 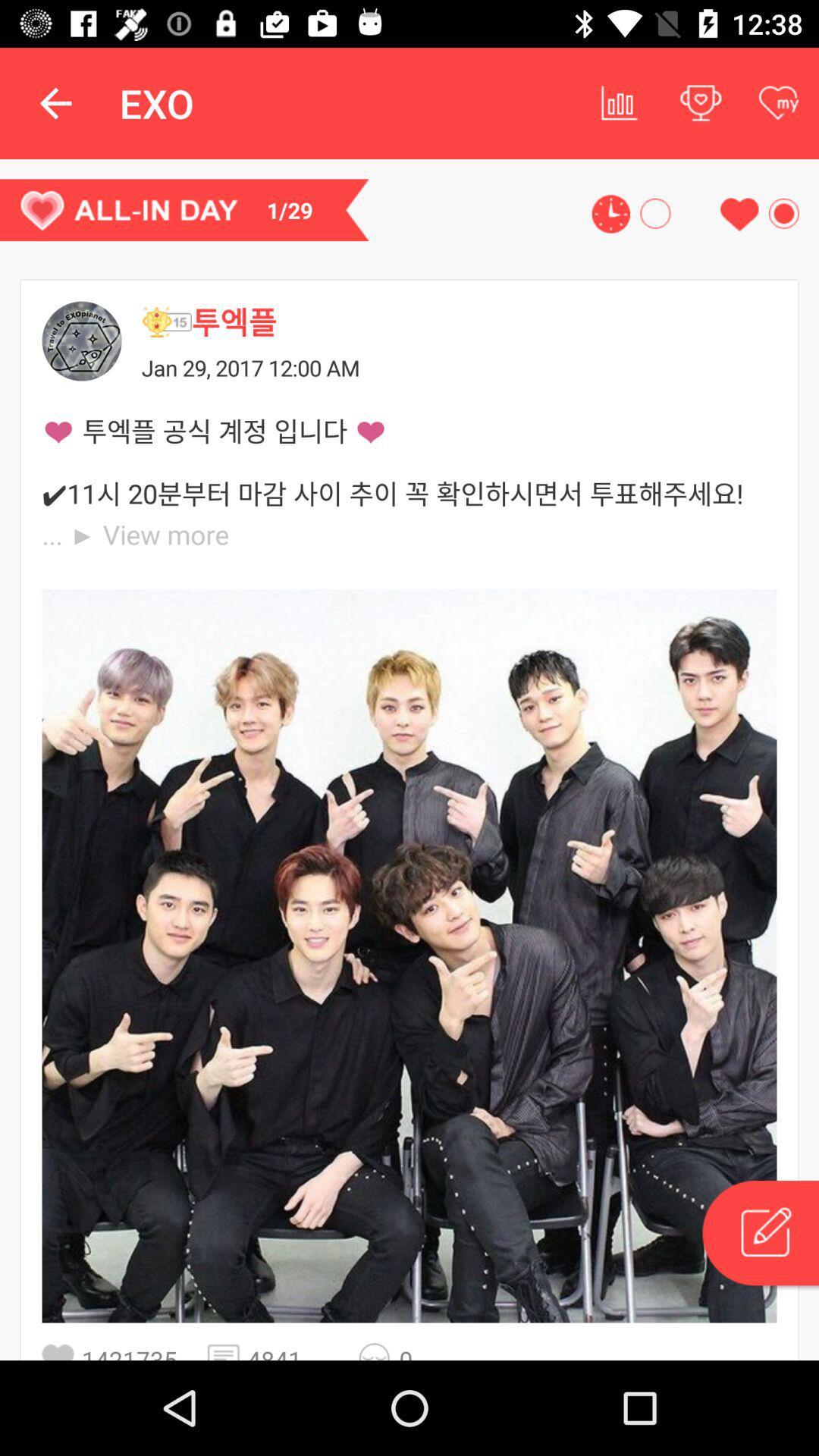 I want to click on the icon above jan 29 2017 icon, so click(x=484, y=321).